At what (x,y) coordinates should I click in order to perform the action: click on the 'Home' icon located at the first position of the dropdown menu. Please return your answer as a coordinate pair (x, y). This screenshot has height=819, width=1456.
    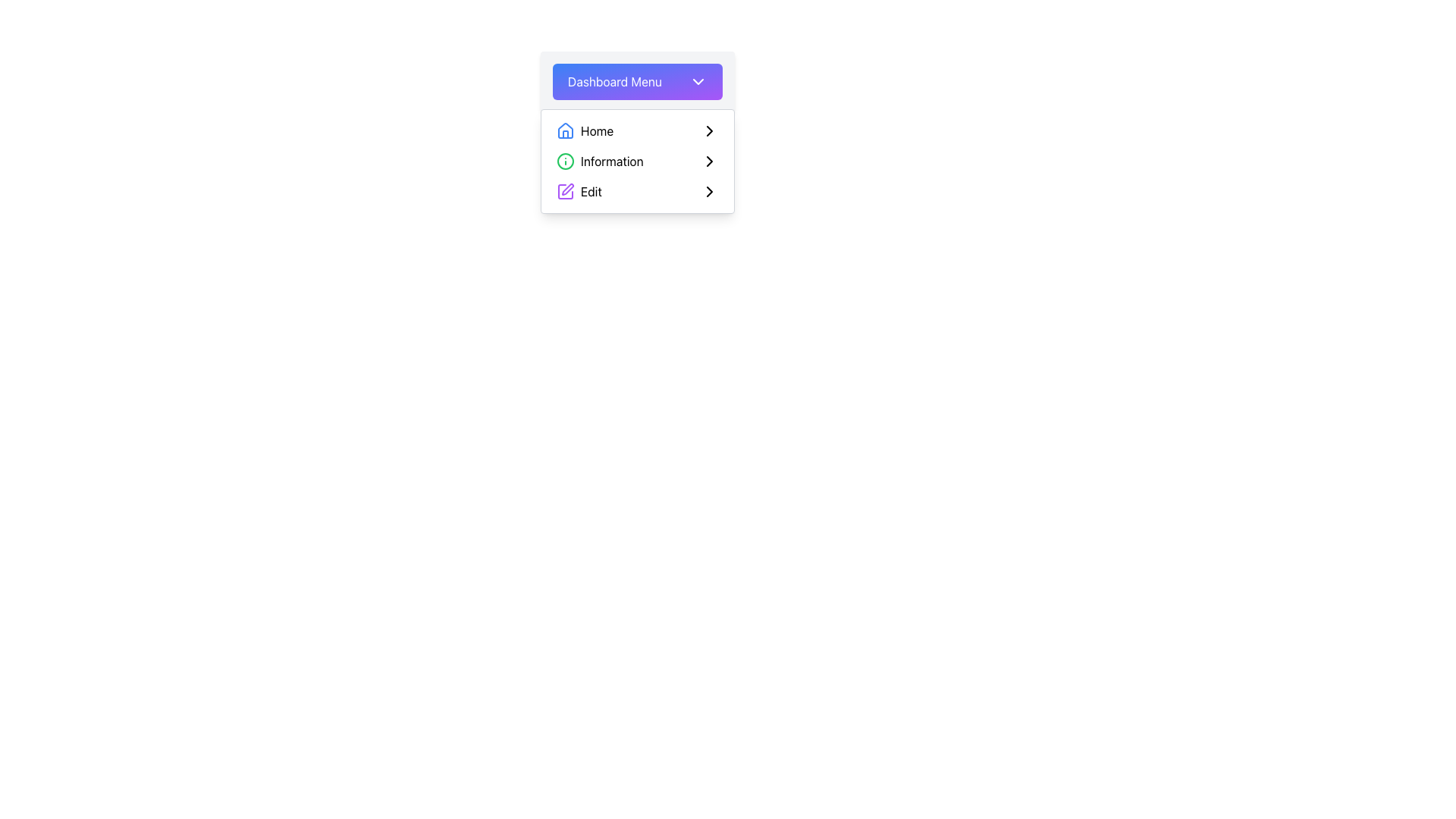
    Looking at the image, I should click on (564, 130).